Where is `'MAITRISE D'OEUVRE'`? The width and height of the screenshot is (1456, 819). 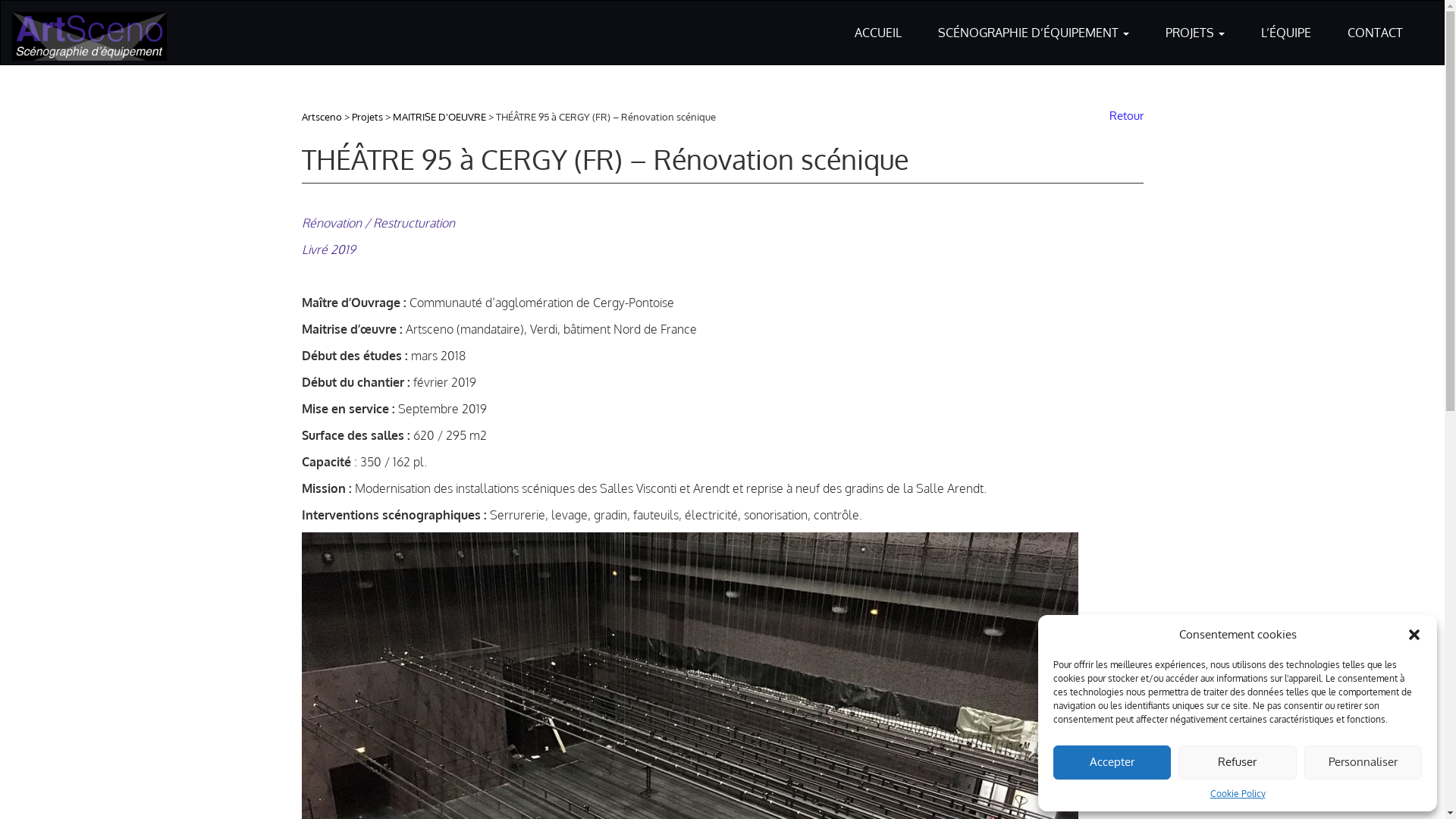
'MAITRISE D'OEUVRE' is located at coordinates (393, 116).